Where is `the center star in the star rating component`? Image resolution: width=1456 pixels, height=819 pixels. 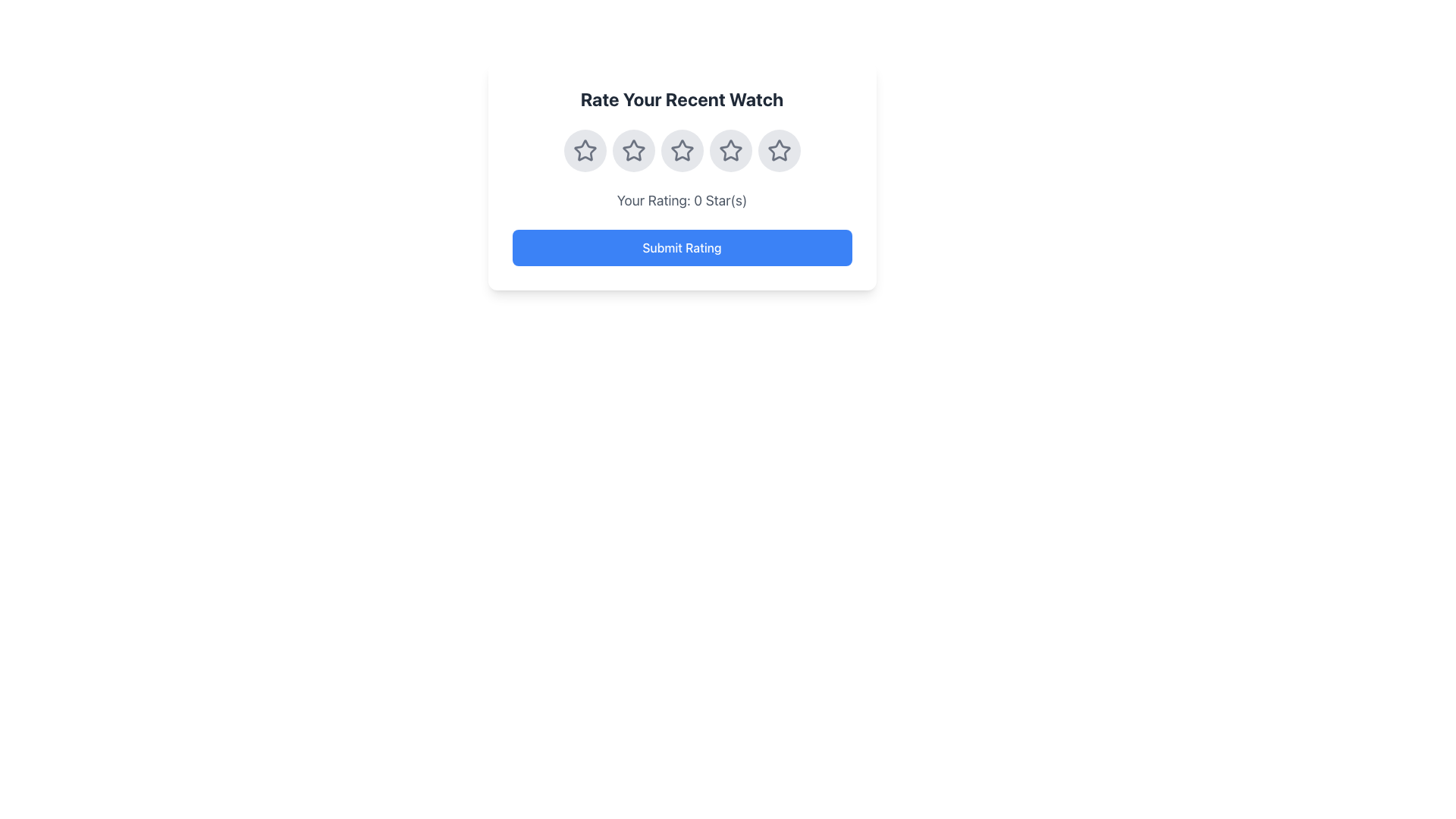
the center star in the star rating component is located at coordinates (681, 151).